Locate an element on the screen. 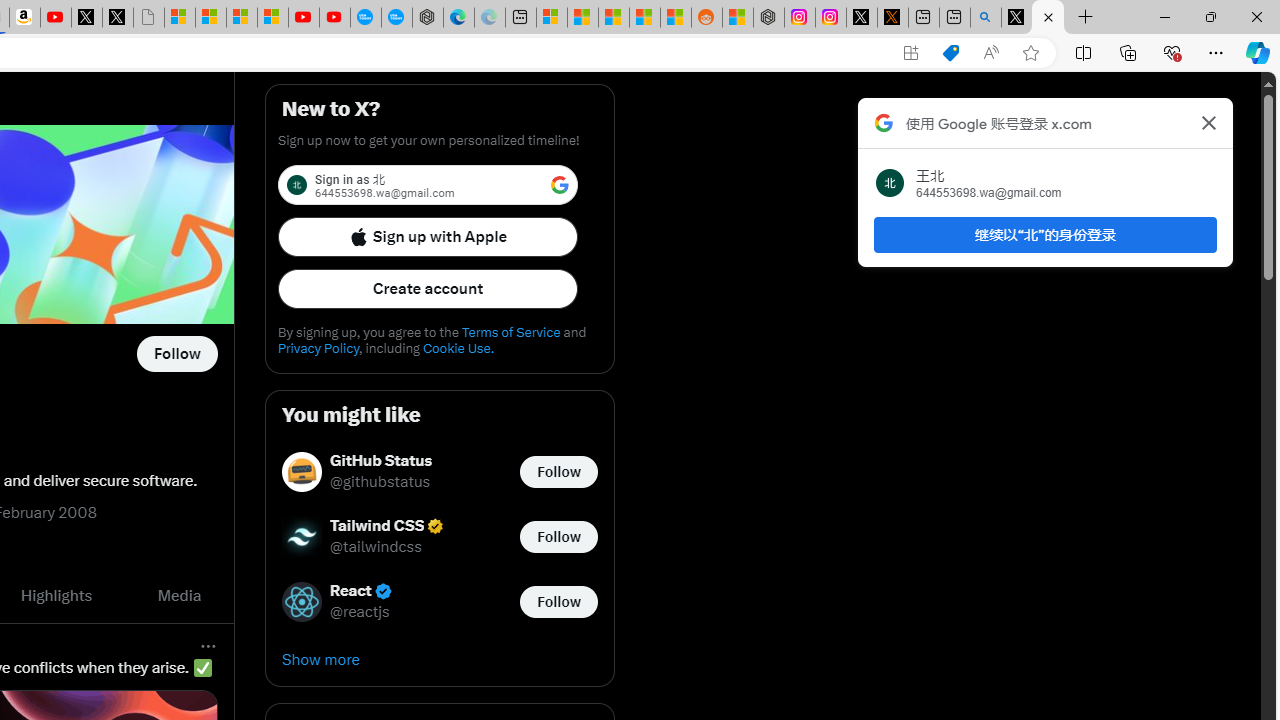 The height and width of the screenshot is (720, 1280). '@githubstatus' is located at coordinates (380, 482).